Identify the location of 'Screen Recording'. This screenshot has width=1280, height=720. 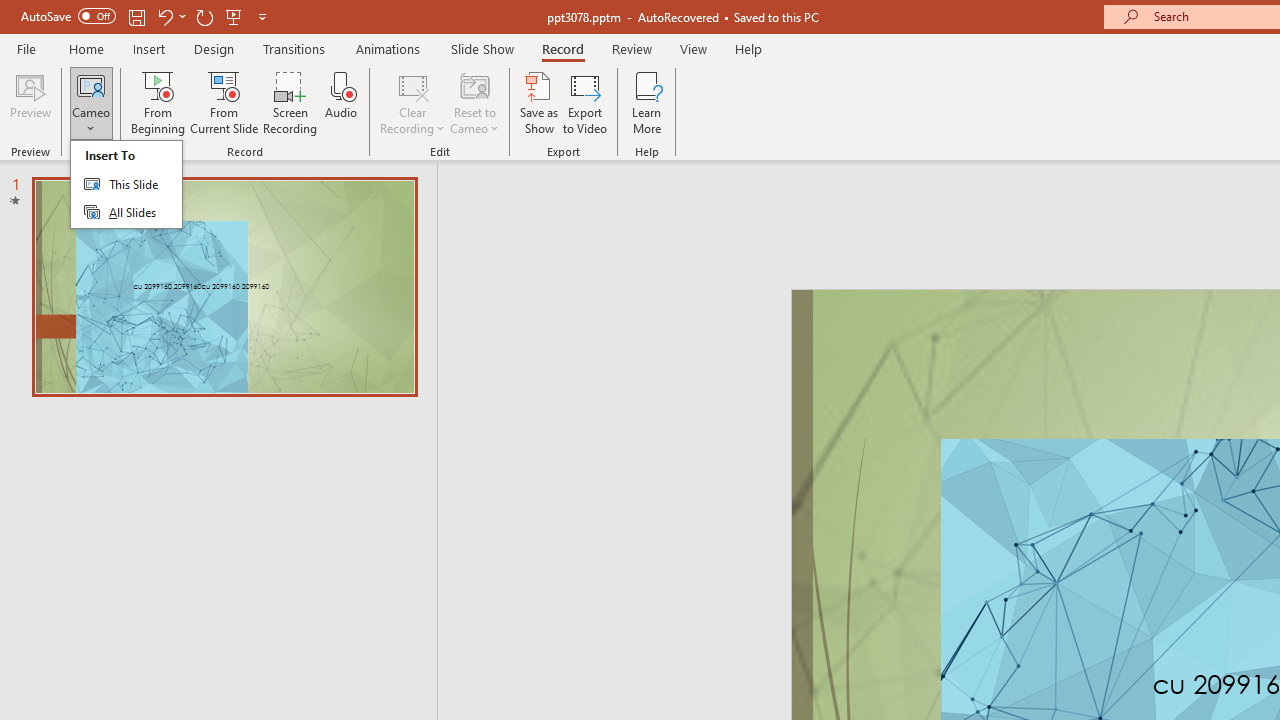
(289, 103).